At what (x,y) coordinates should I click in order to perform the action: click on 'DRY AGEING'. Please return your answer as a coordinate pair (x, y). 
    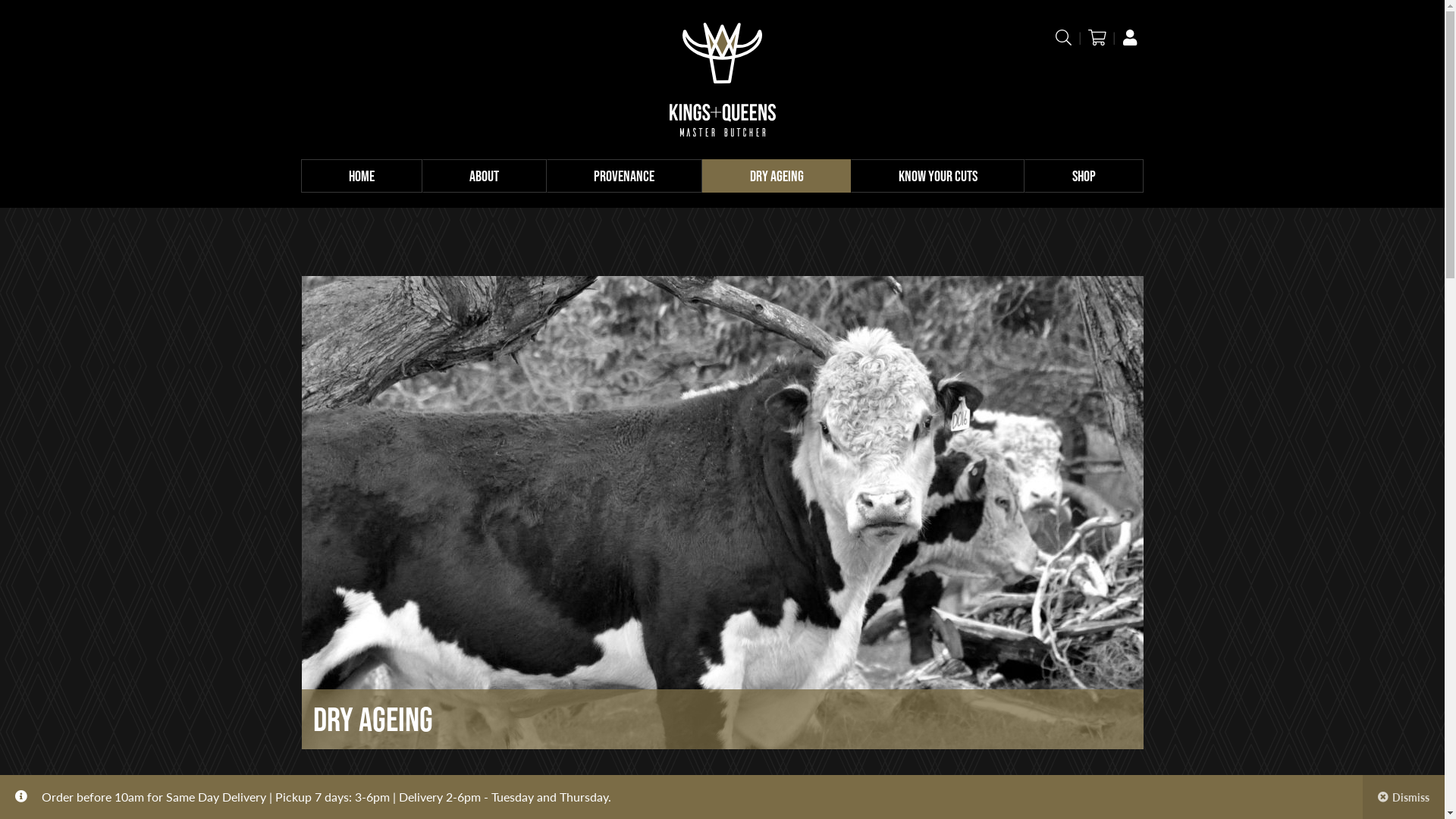
    Looking at the image, I should click on (776, 174).